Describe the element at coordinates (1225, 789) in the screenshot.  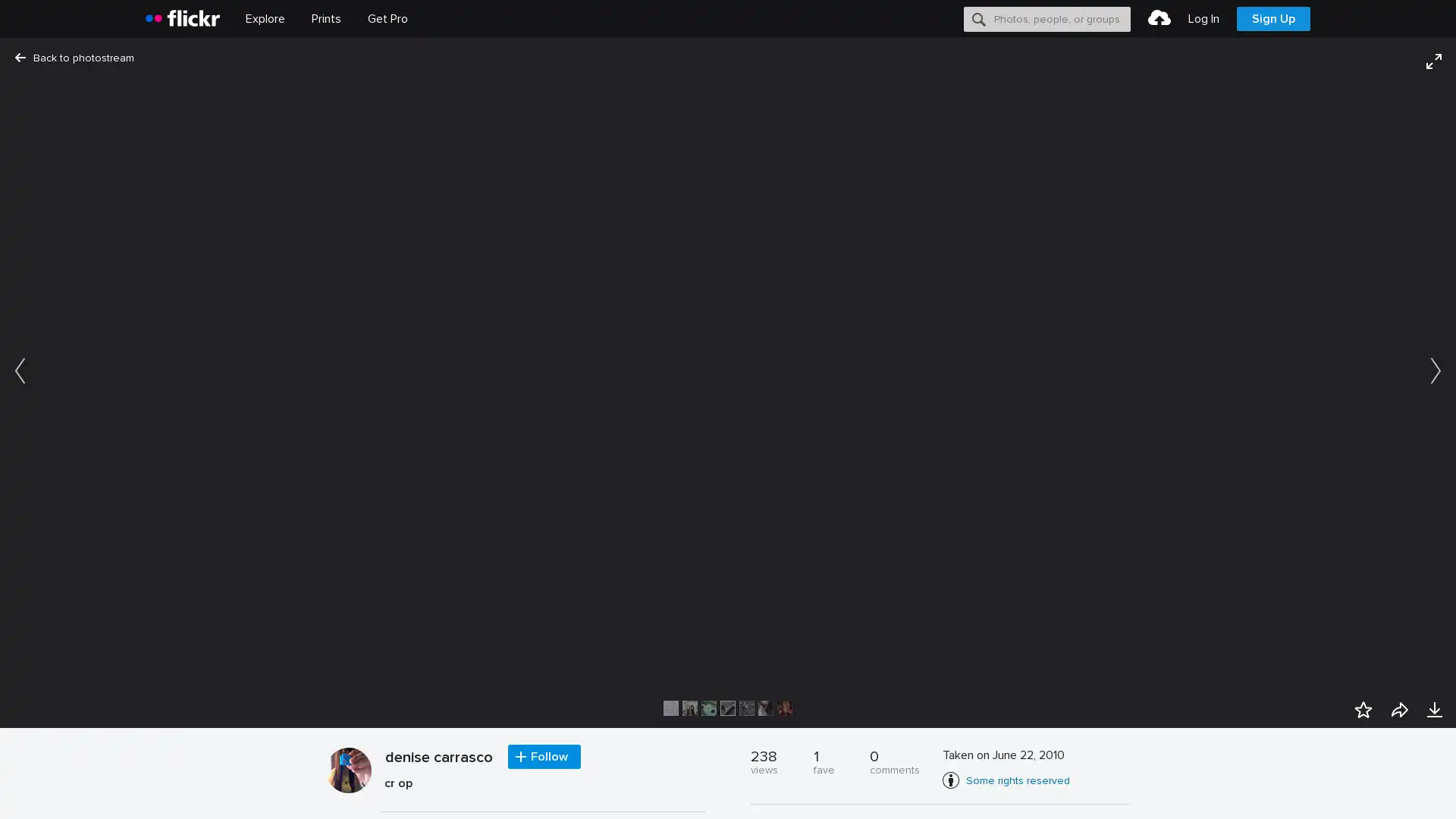
I see `Opt-out` at that location.